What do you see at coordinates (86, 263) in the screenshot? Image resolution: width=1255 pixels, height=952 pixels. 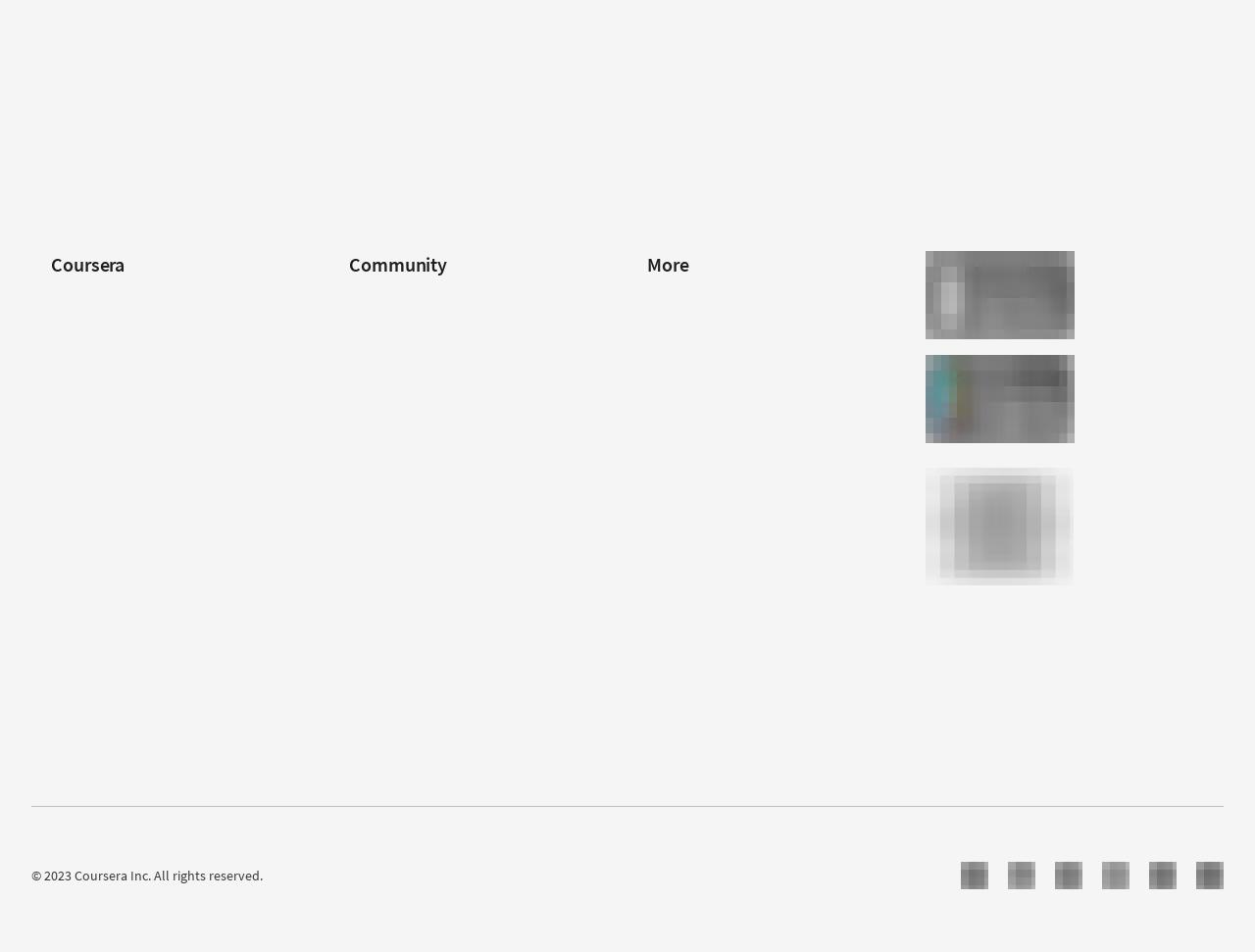 I see `'Coursera'` at bounding box center [86, 263].